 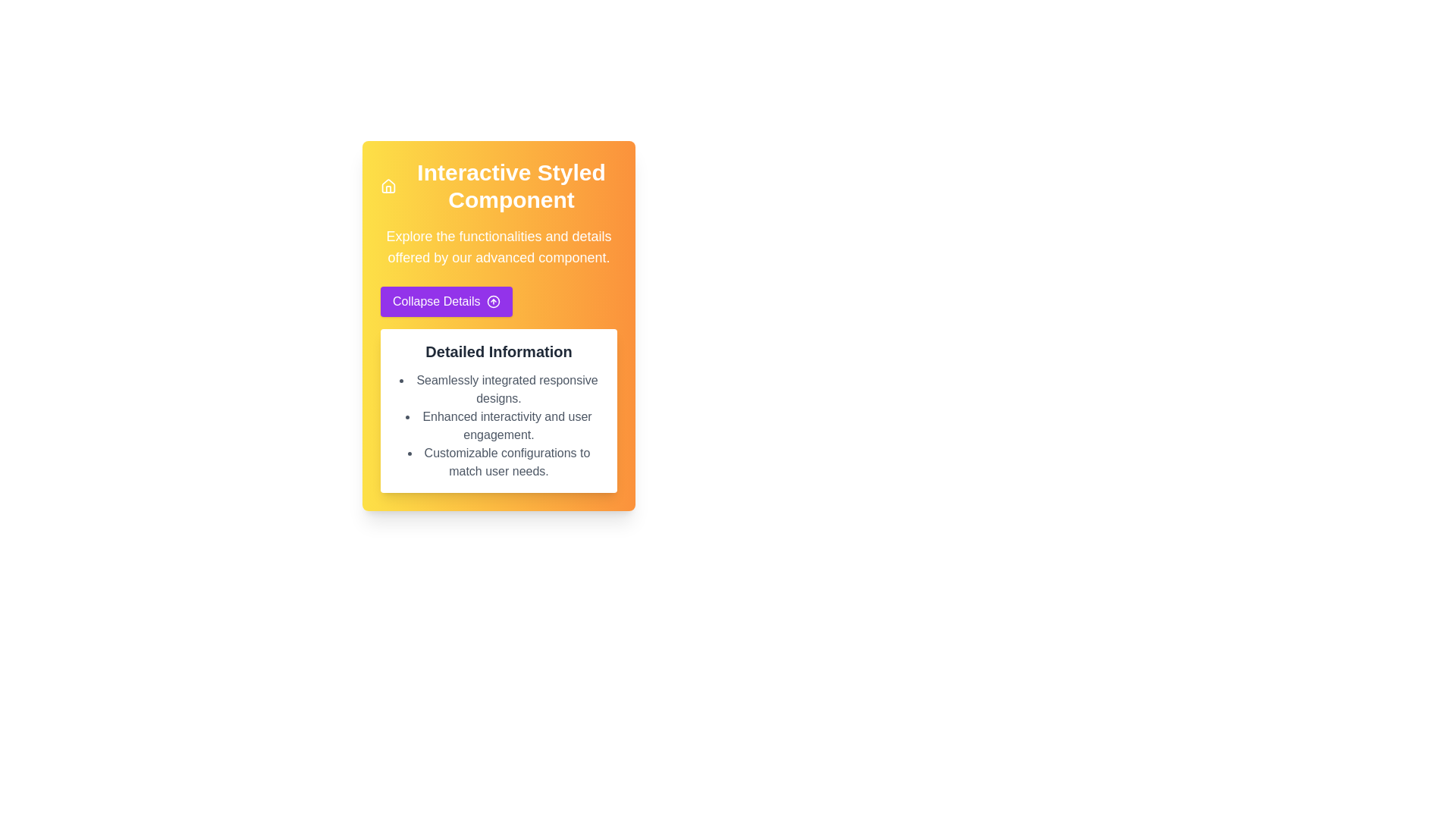 I want to click on the icon representing a downward arrow enclosed within a circle, which is located to the right of the 'Collapse Details' button, as a visual indicator, so click(x=493, y=301).